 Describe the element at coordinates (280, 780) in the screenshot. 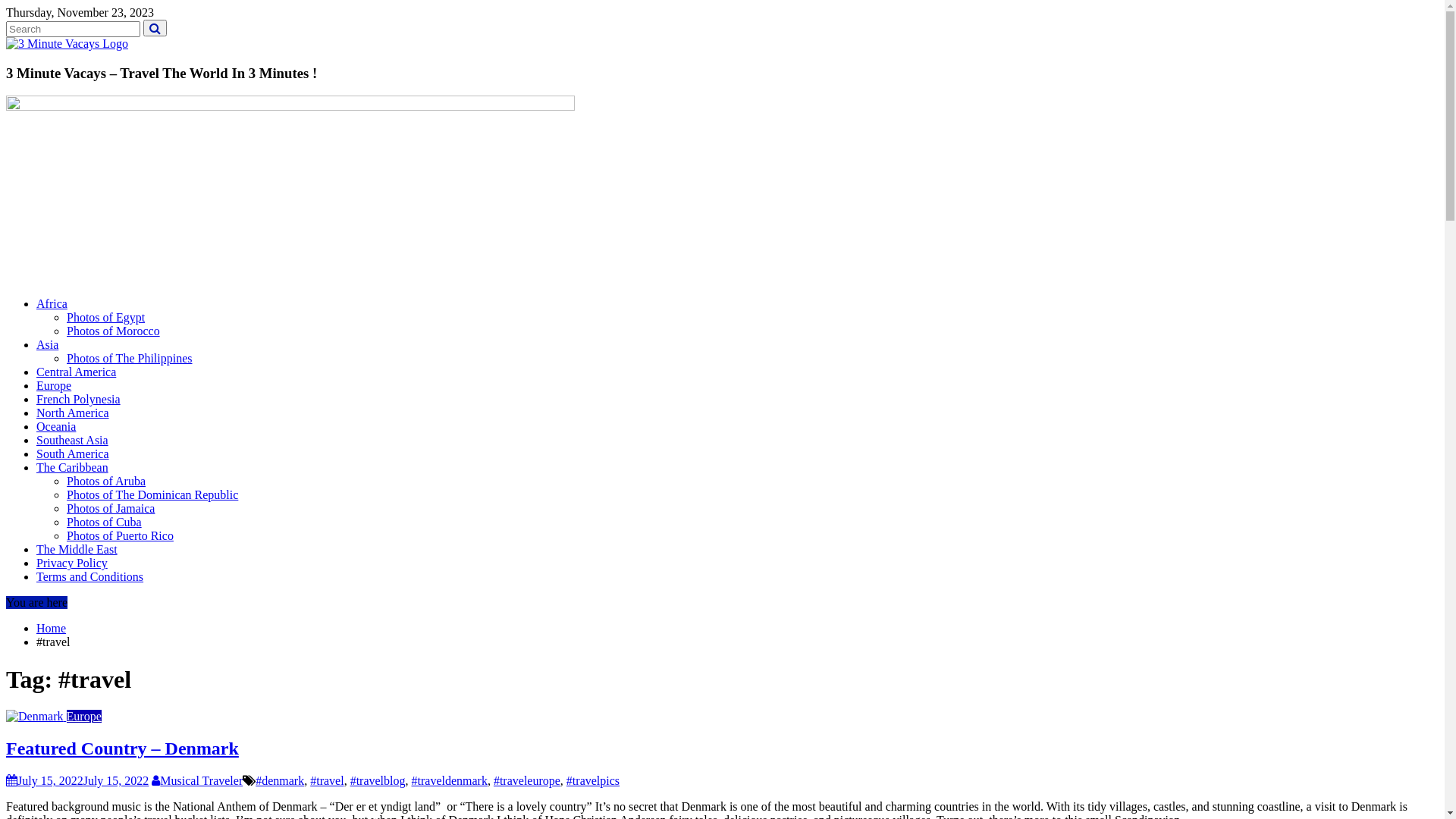

I see `'#denmark'` at that location.